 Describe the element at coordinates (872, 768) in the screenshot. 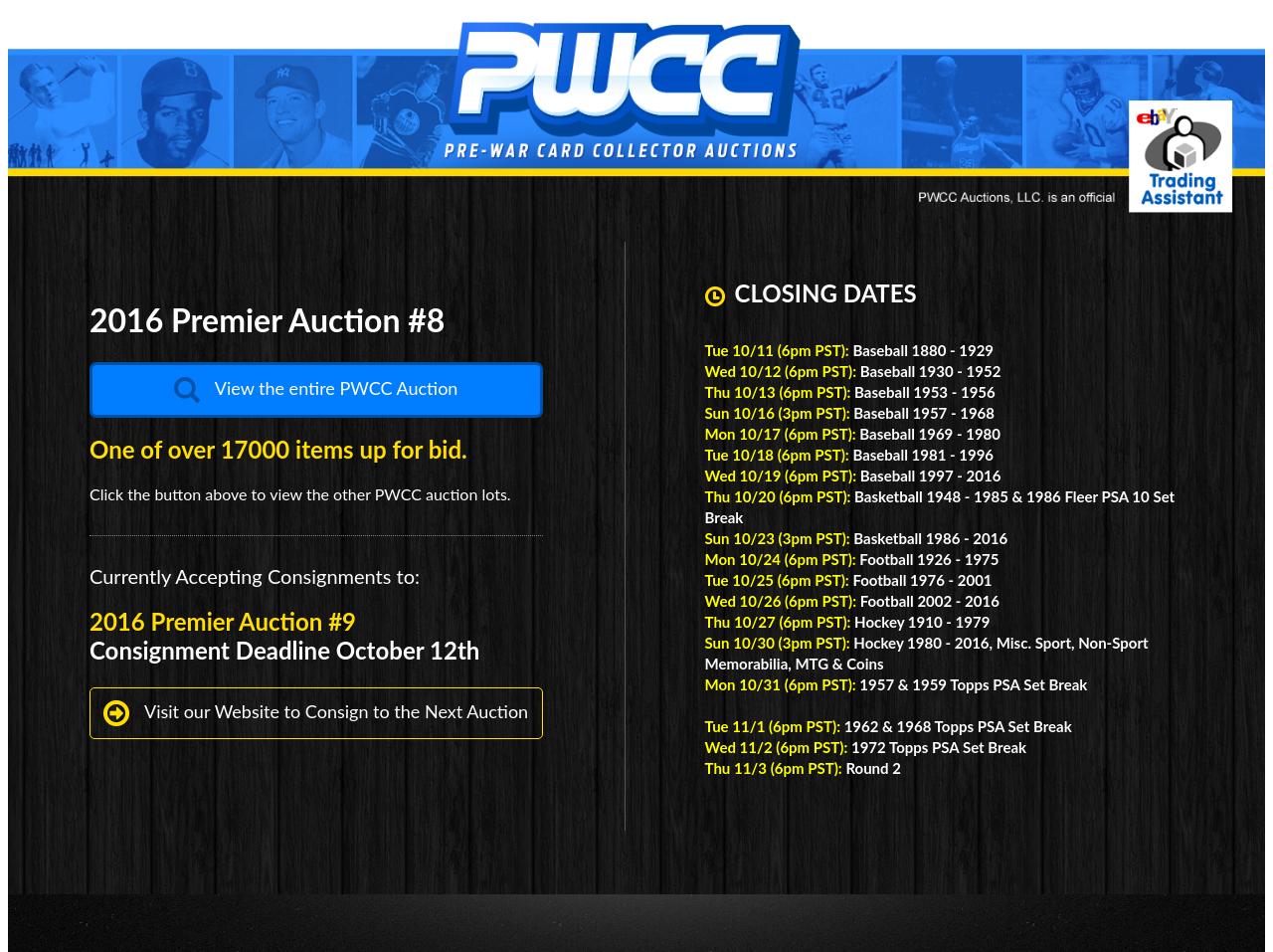

I see `'Round 2'` at that location.